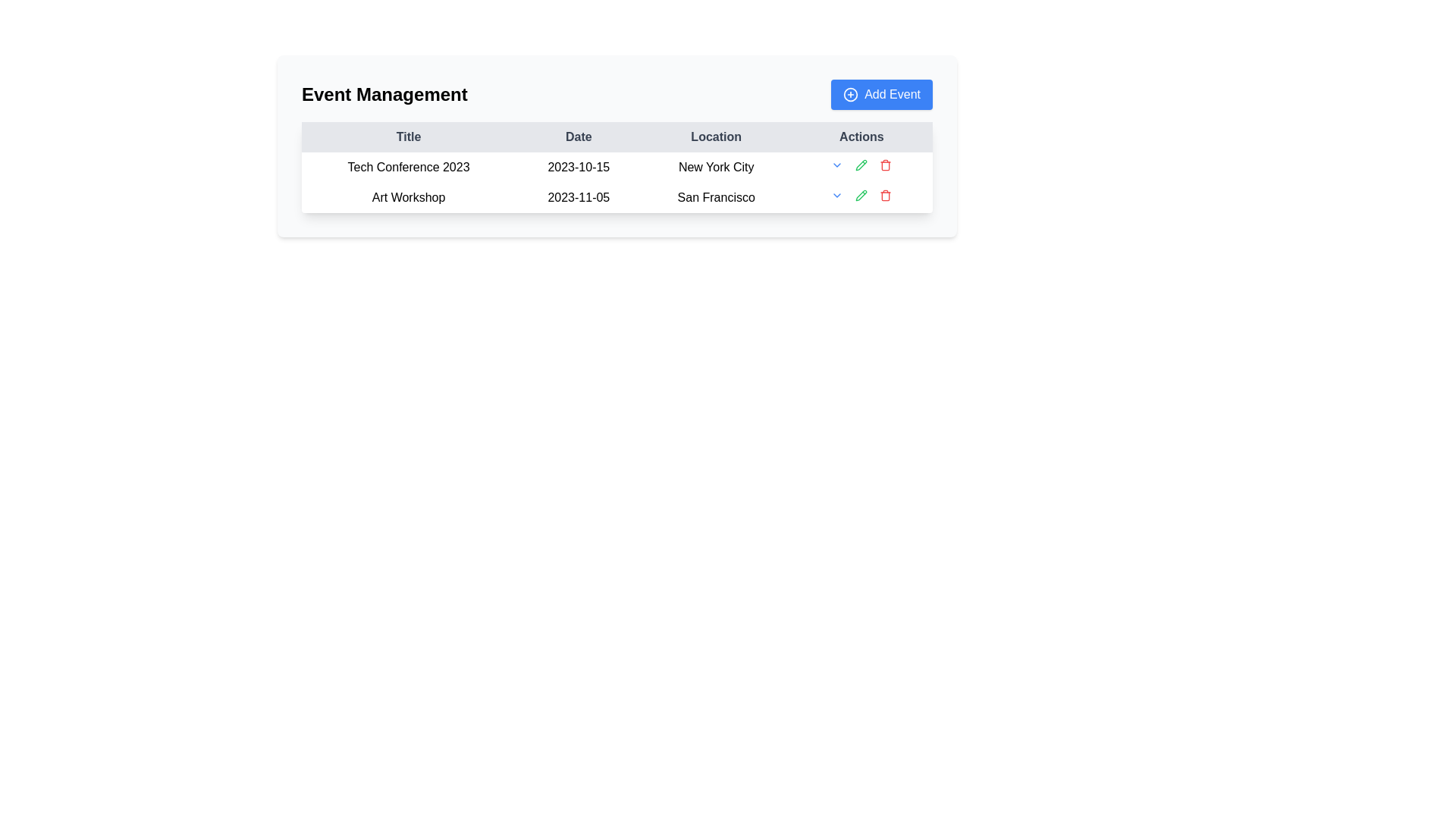  Describe the element at coordinates (409, 167) in the screenshot. I see `the static text label that serves as the title for a specific event, located in the 'Title' column of the table` at that location.